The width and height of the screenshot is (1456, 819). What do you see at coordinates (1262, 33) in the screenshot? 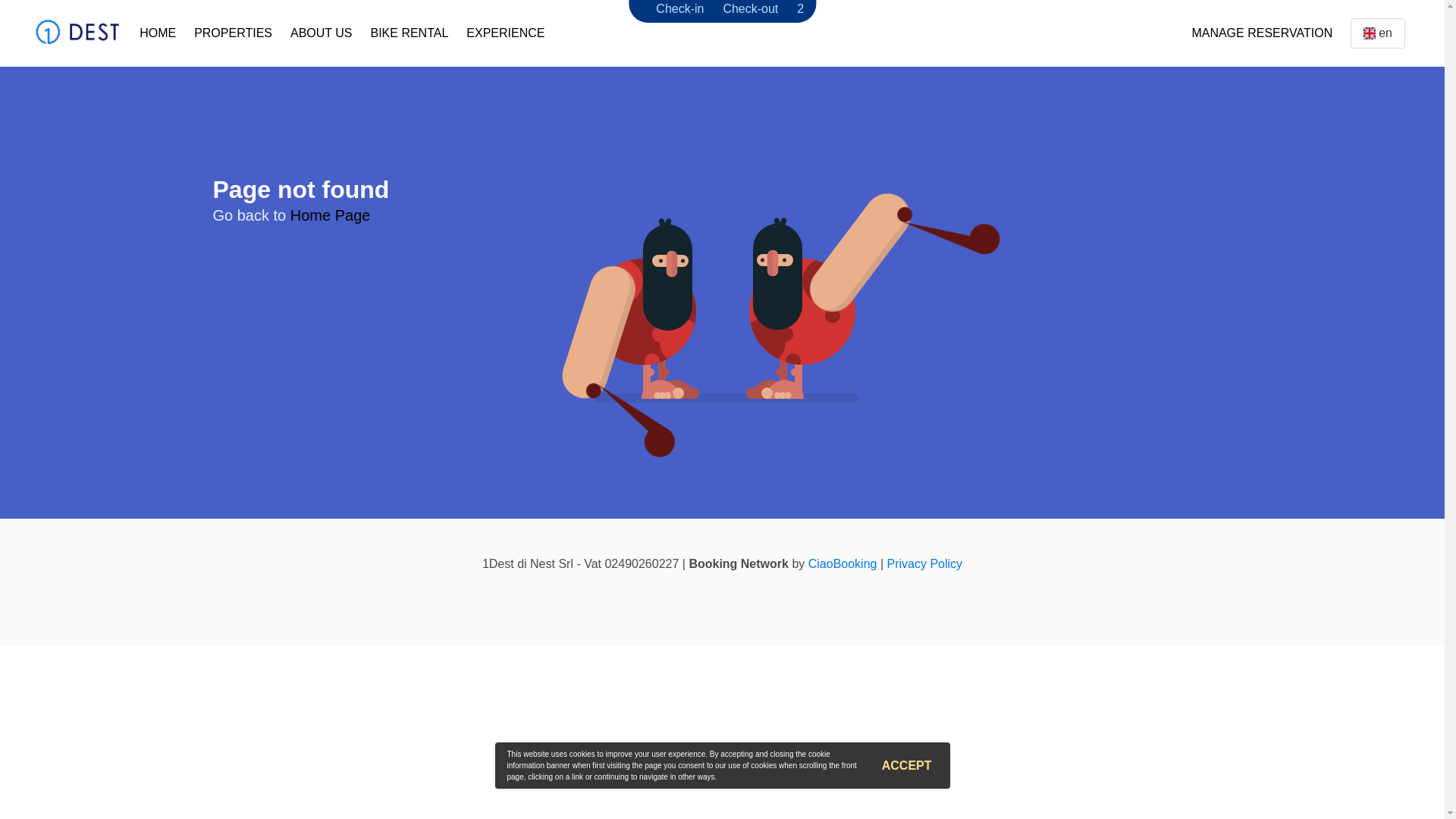
I see `'MANAGE RESERVATION'` at bounding box center [1262, 33].